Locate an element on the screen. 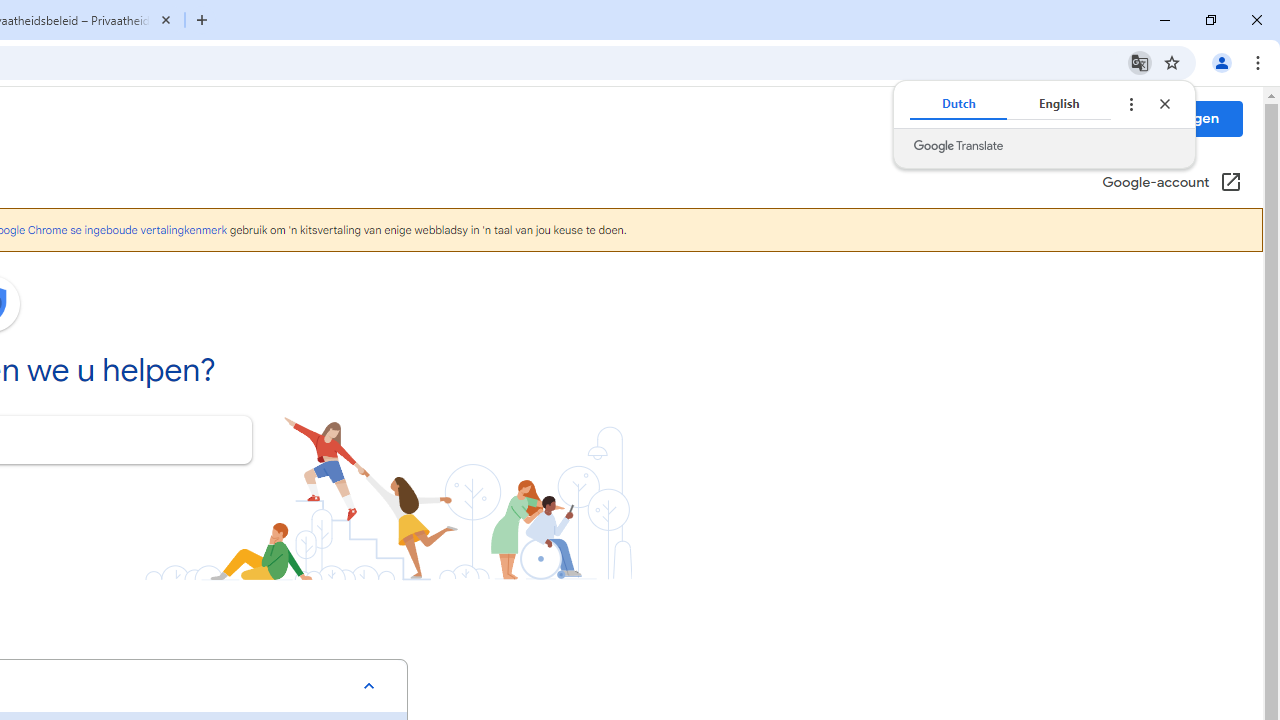  'Translate this page' is located at coordinates (1139, 61).